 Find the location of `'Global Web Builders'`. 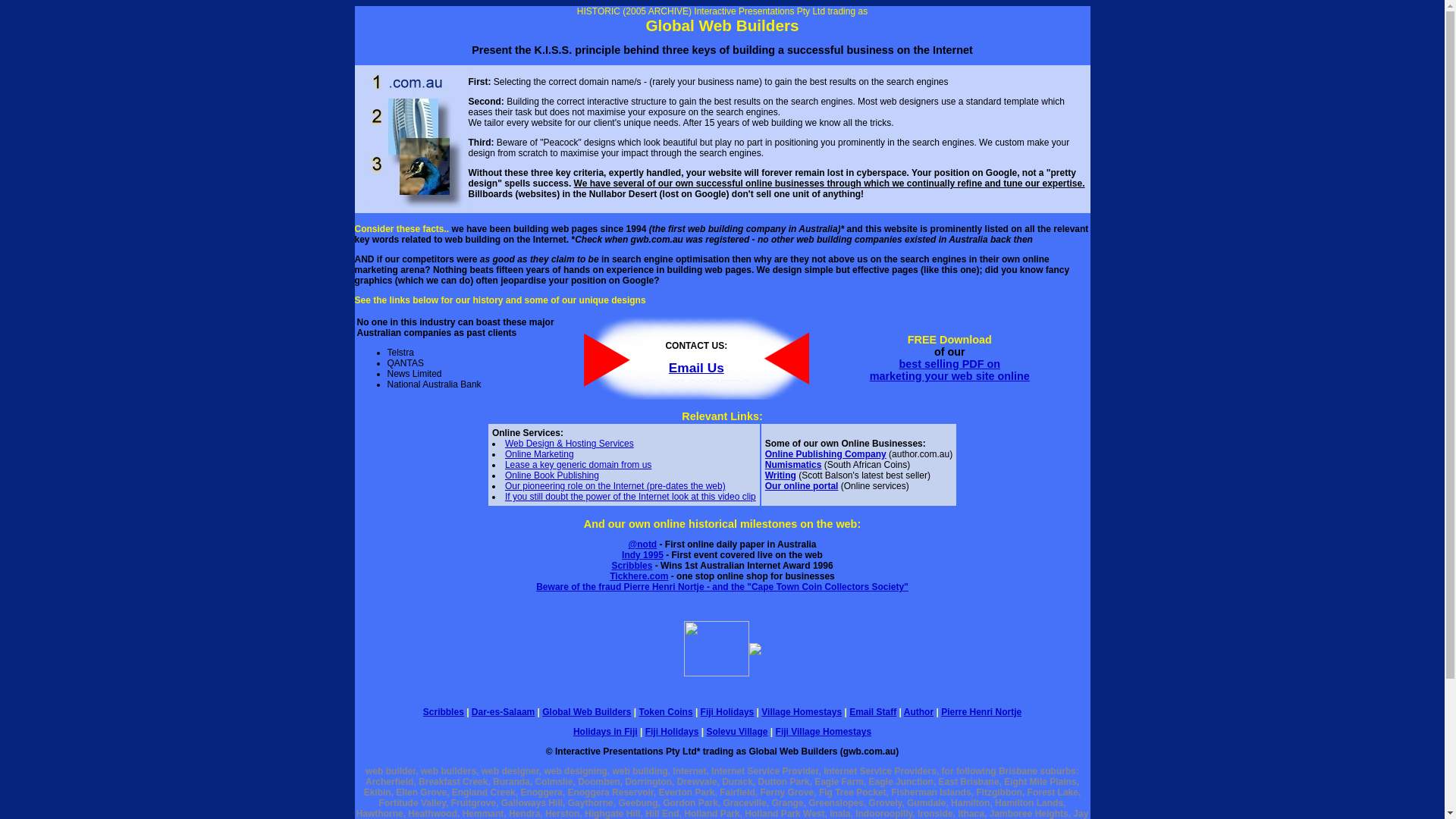

'Global Web Builders' is located at coordinates (585, 711).